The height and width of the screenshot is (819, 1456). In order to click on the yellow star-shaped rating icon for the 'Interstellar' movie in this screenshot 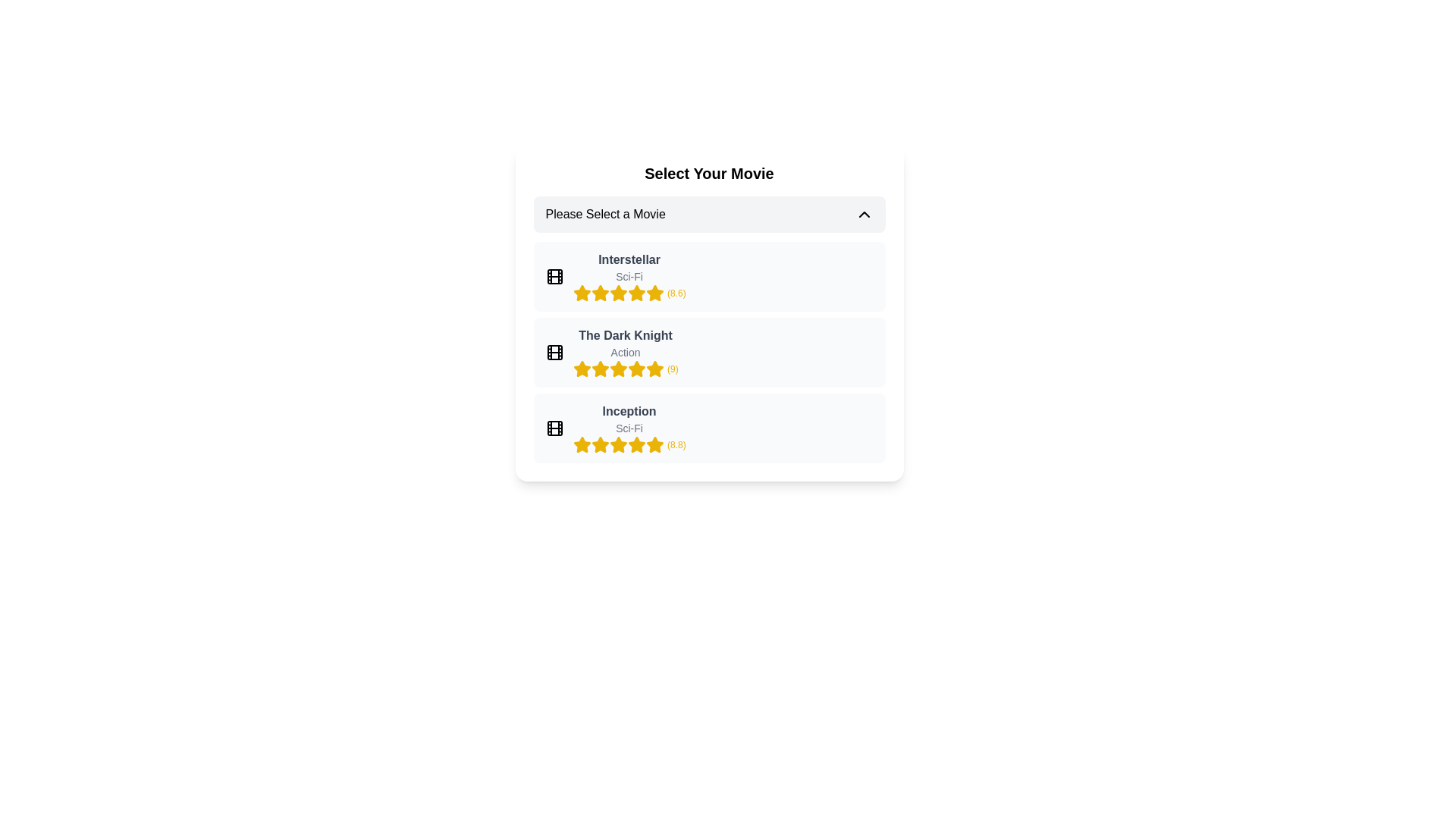, I will do `click(581, 293)`.